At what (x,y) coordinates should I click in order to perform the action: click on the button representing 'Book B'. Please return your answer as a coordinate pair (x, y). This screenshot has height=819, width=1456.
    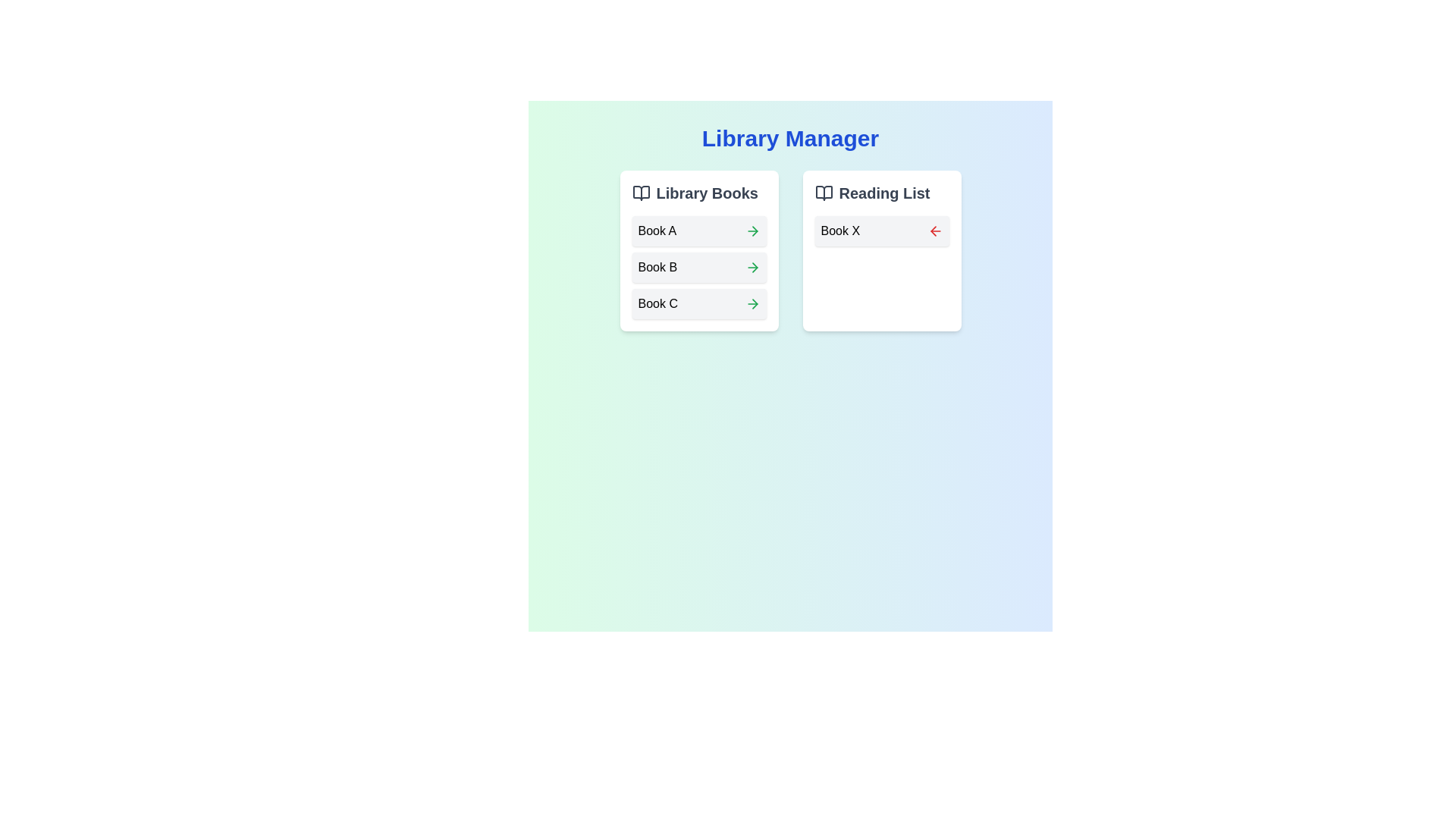
    Looking at the image, I should click on (698, 267).